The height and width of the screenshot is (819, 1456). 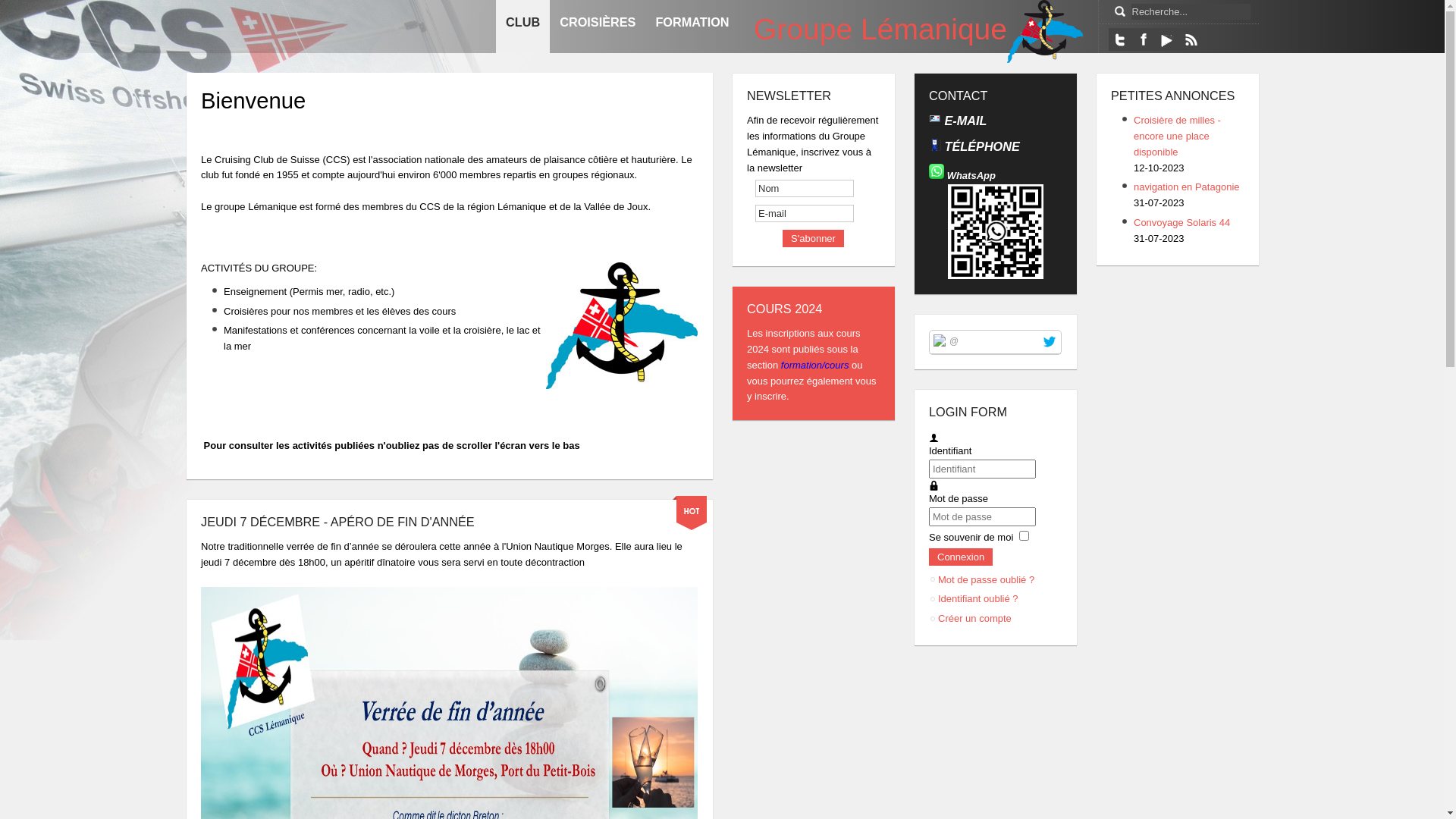 What do you see at coordinates (495, 26) in the screenshot?
I see `'CLUB'` at bounding box center [495, 26].